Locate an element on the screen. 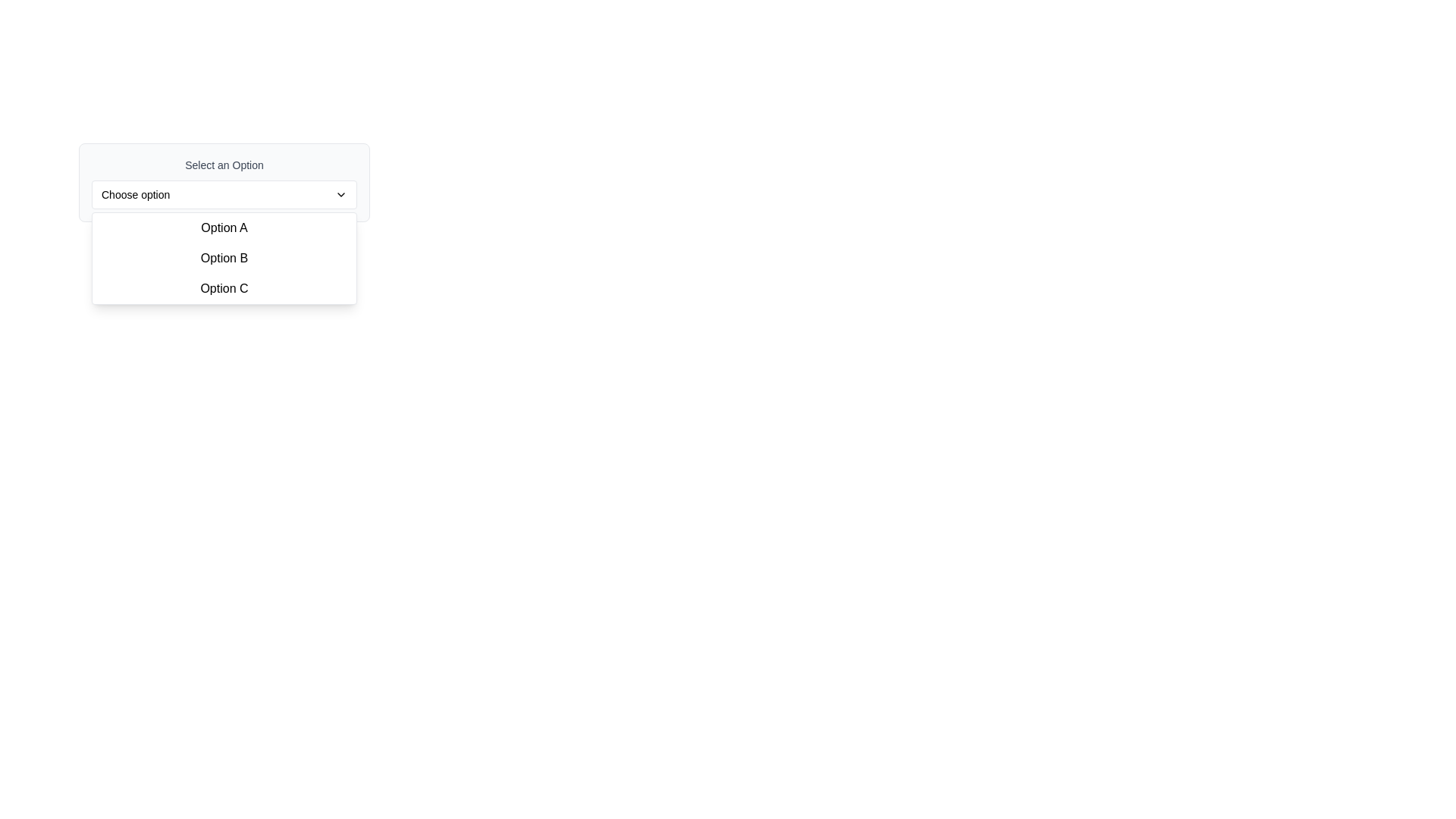  to select the third option 'Option C' in the dropdown menu, which is represented by a rectangular segment with rounded edges and bold text on a white background is located at coordinates (224, 289).